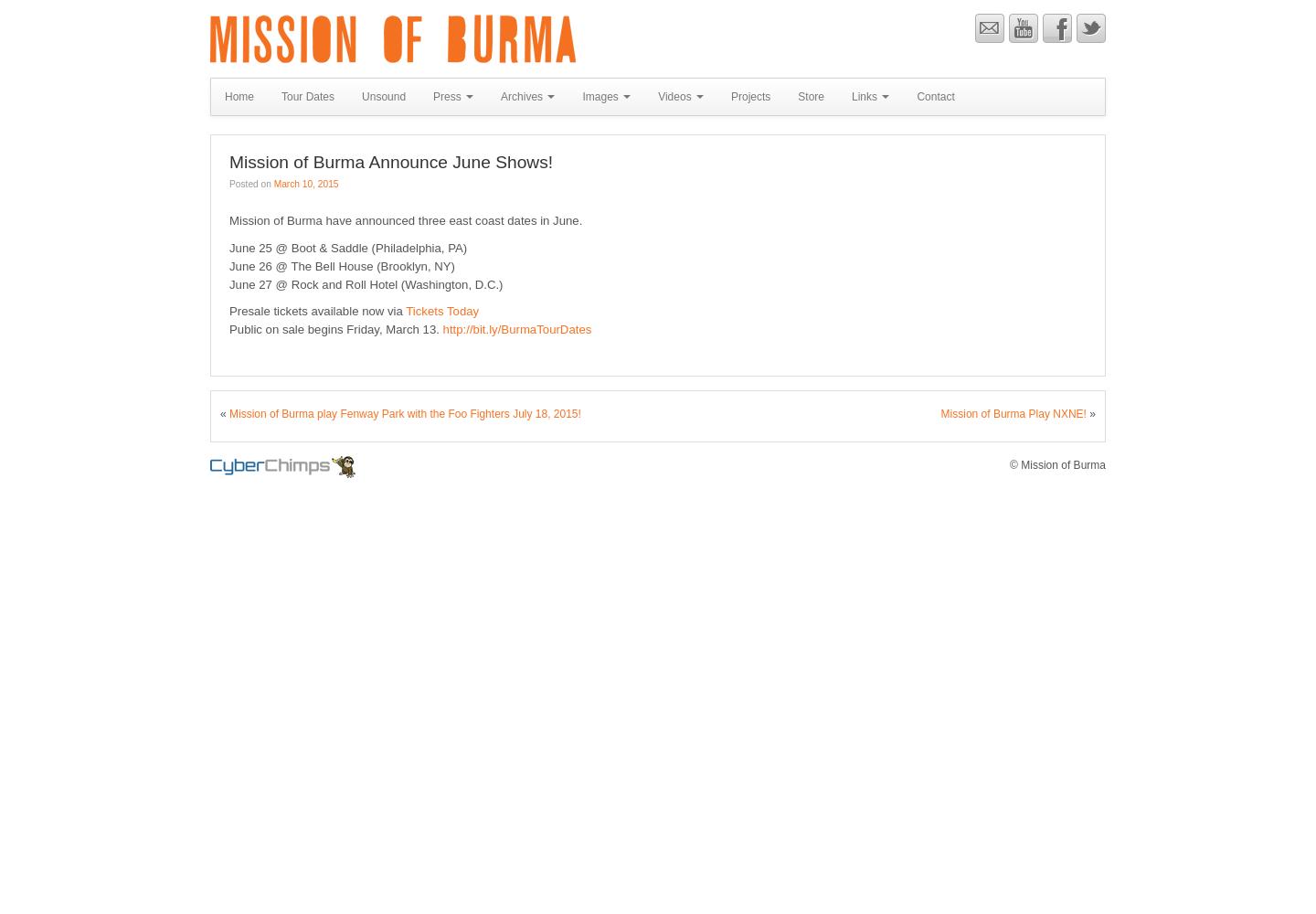 The width and height of the screenshot is (1316, 914). Describe the element at coordinates (1057, 464) in the screenshot. I see `'© Mission of Burma'` at that location.